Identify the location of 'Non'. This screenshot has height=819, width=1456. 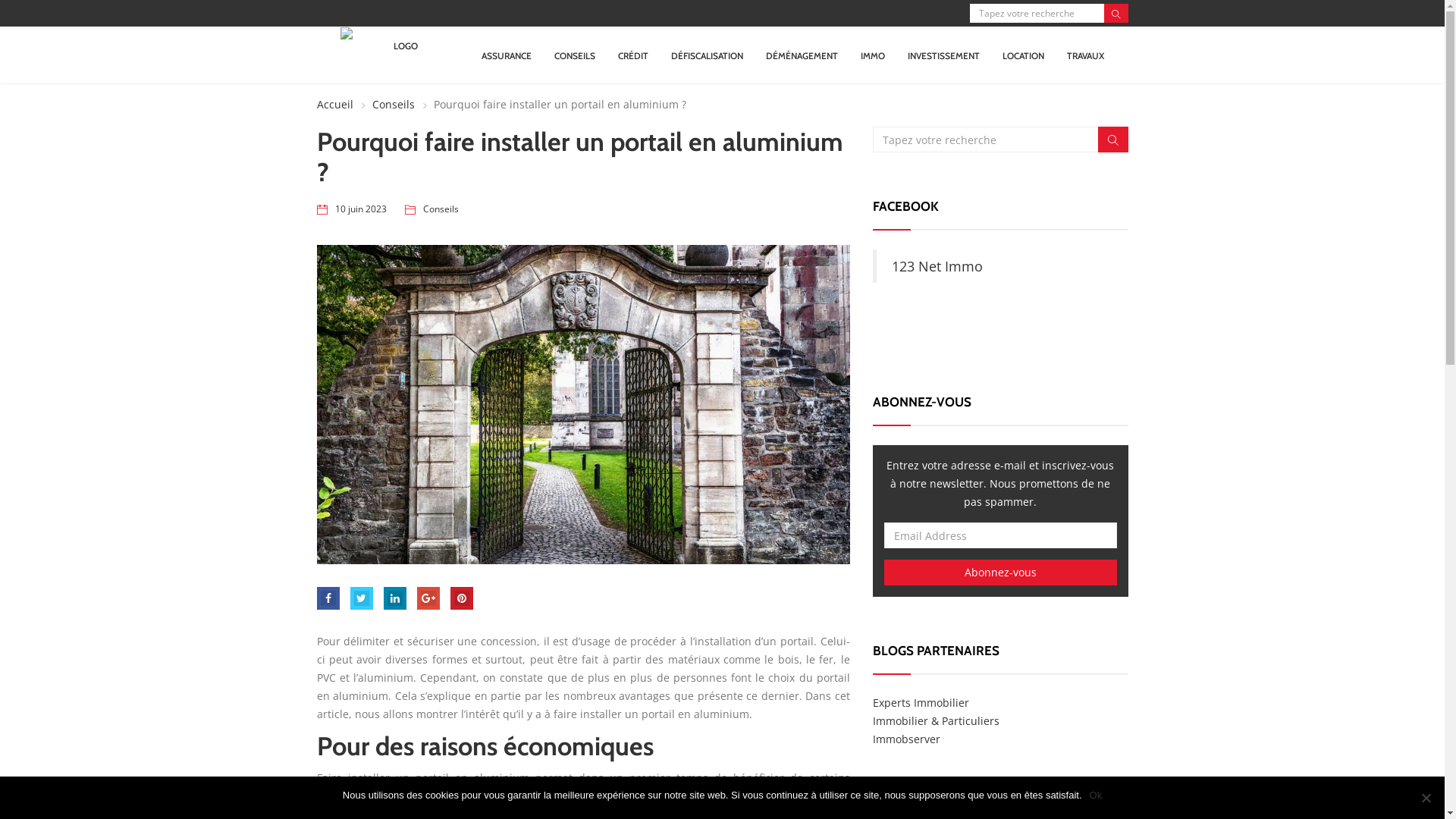
(1425, 797).